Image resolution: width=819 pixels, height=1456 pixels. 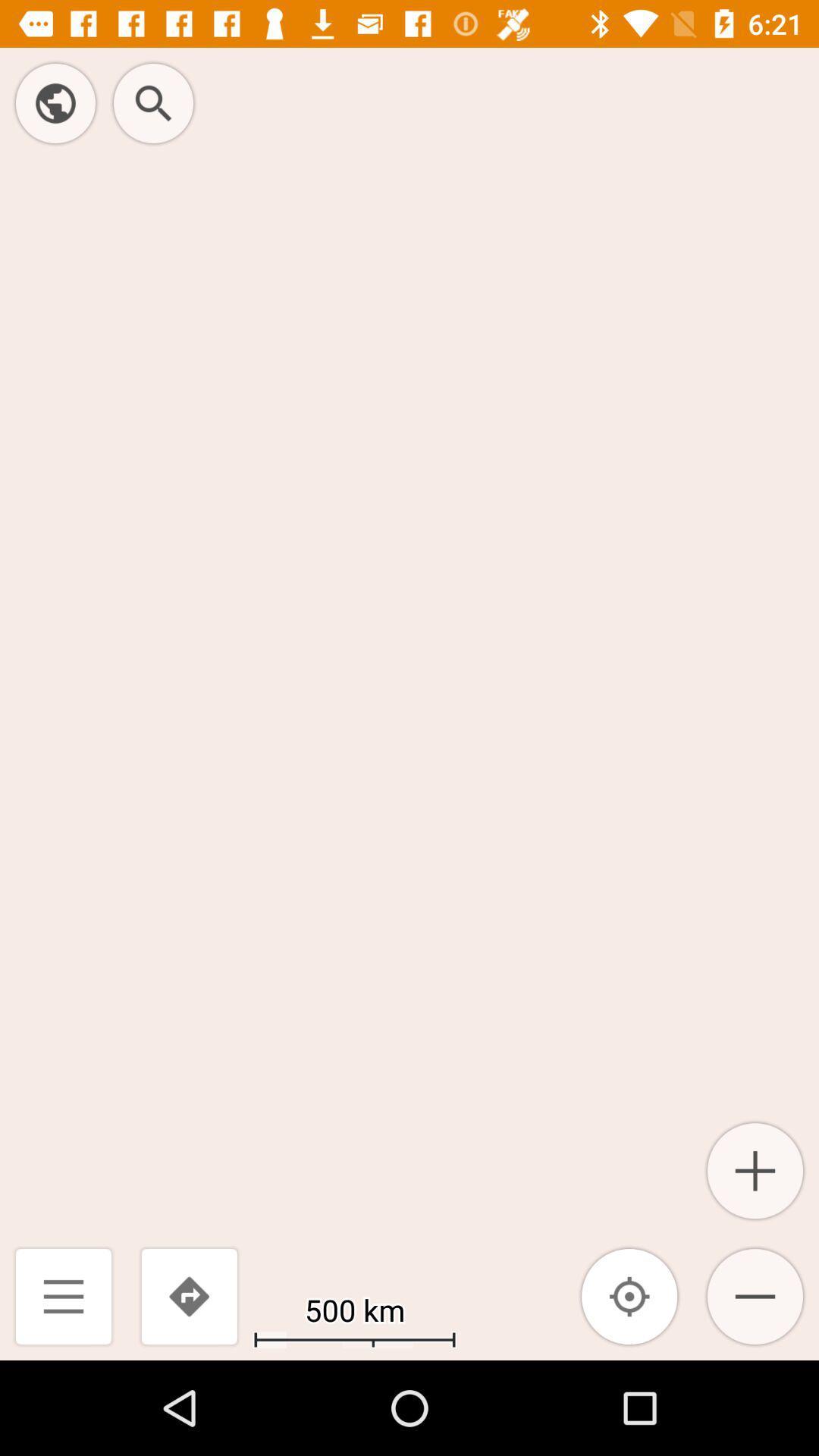 What do you see at coordinates (188, 1295) in the screenshot?
I see `the redo icon` at bounding box center [188, 1295].